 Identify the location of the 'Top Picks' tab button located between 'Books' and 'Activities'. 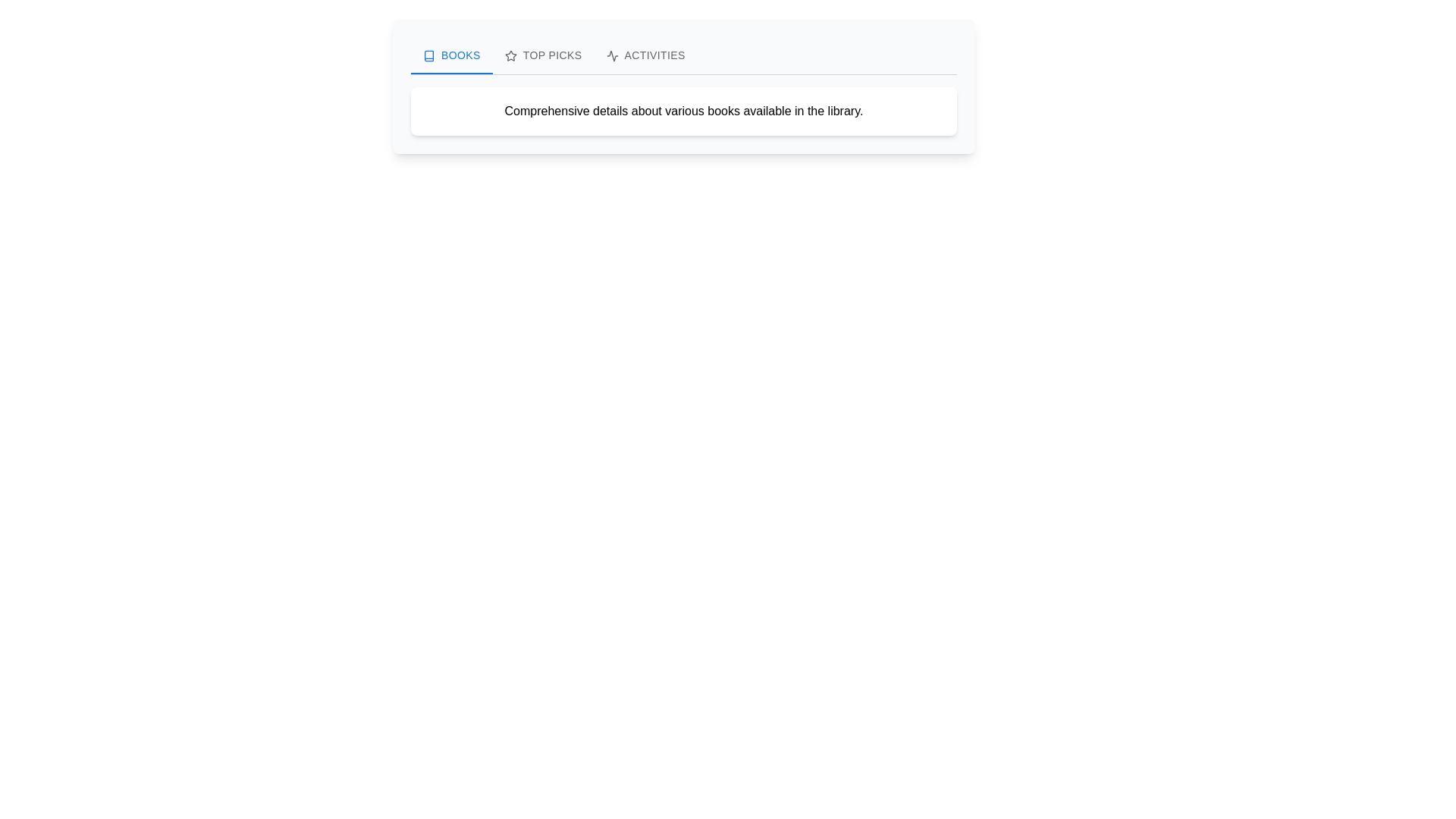
(543, 55).